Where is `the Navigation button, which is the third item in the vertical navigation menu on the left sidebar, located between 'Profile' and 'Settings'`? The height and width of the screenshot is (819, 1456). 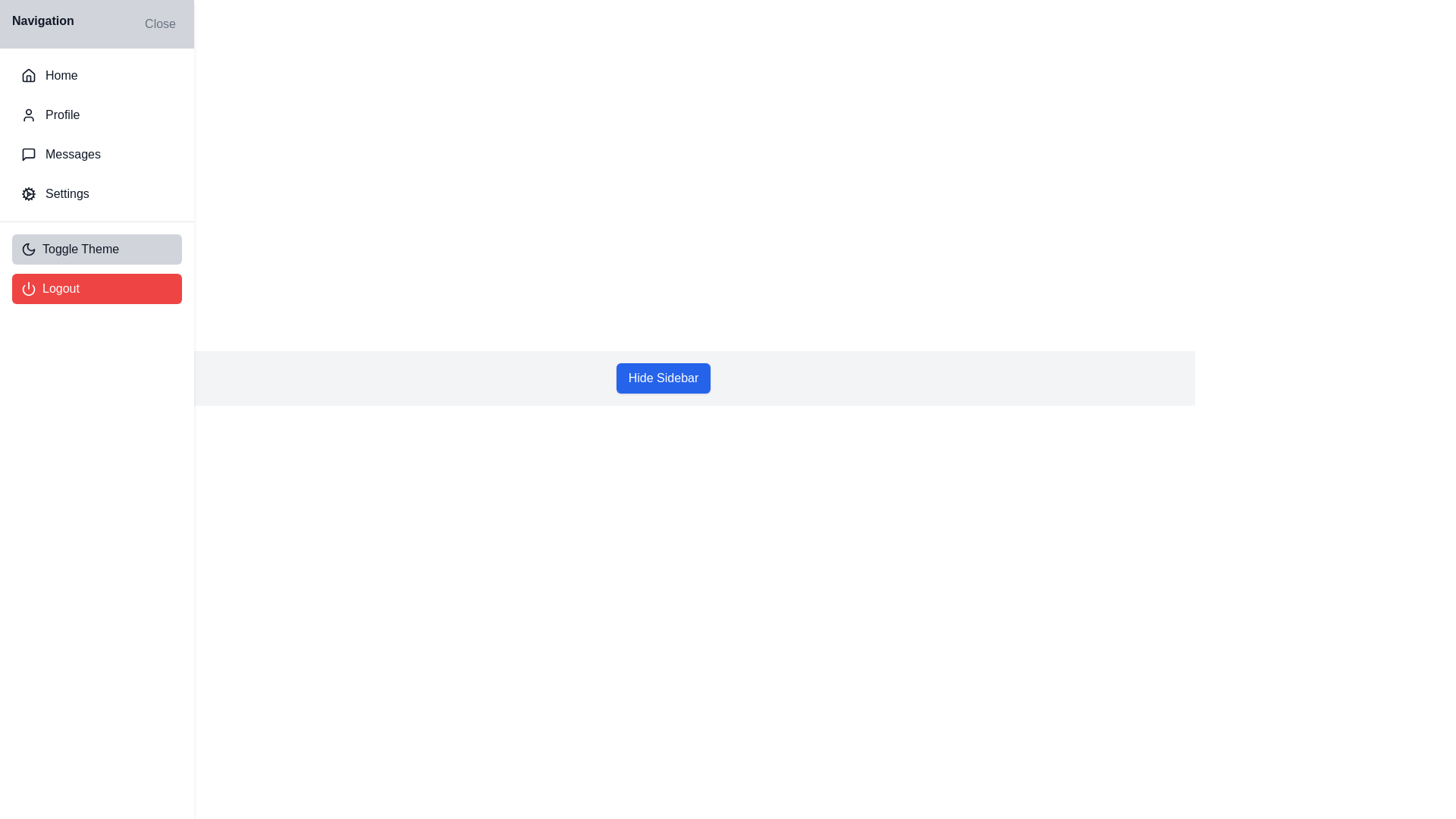 the Navigation button, which is the third item in the vertical navigation menu on the left sidebar, located between 'Profile' and 'Settings' is located at coordinates (96, 155).